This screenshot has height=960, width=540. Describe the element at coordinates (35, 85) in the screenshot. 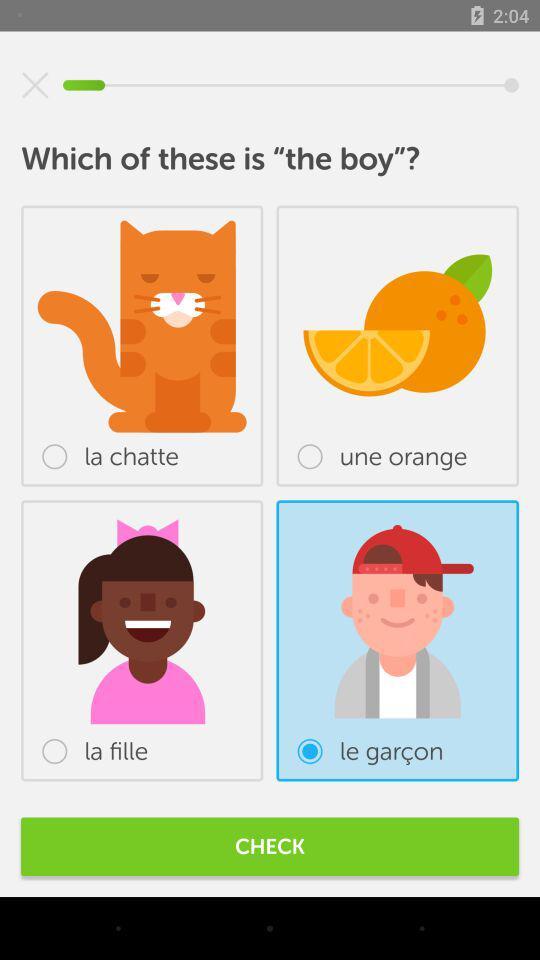

I see `item above which of these item` at that location.